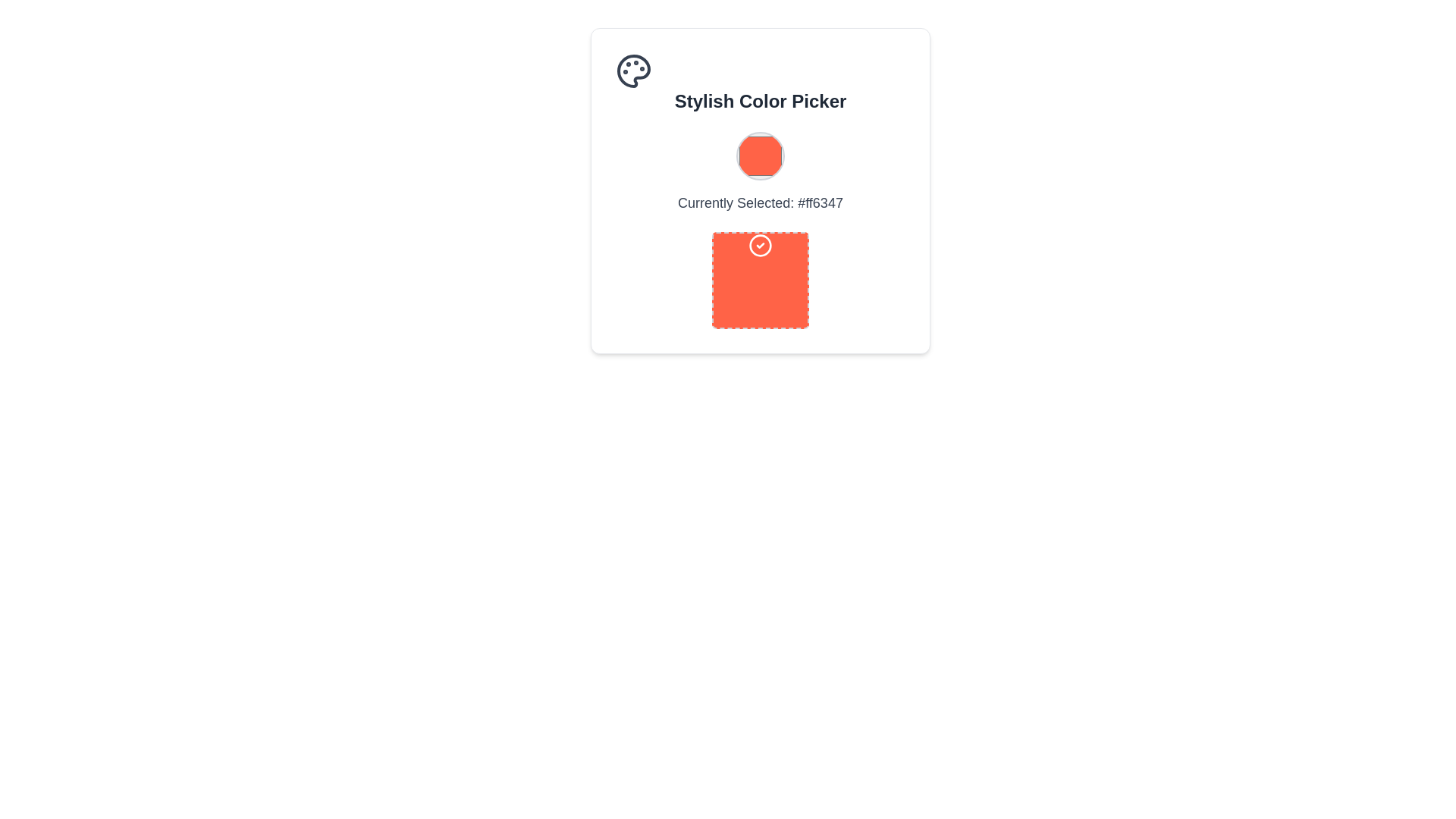 Image resolution: width=1456 pixels, height=819 pixels. Describe the element at coordinates (761, 202) in the screenshot. I see `the Static Text Display that shows 'Currently Selected: #ff6347', which is styled in gray and located centrally beneath a circular color representation` at that location.